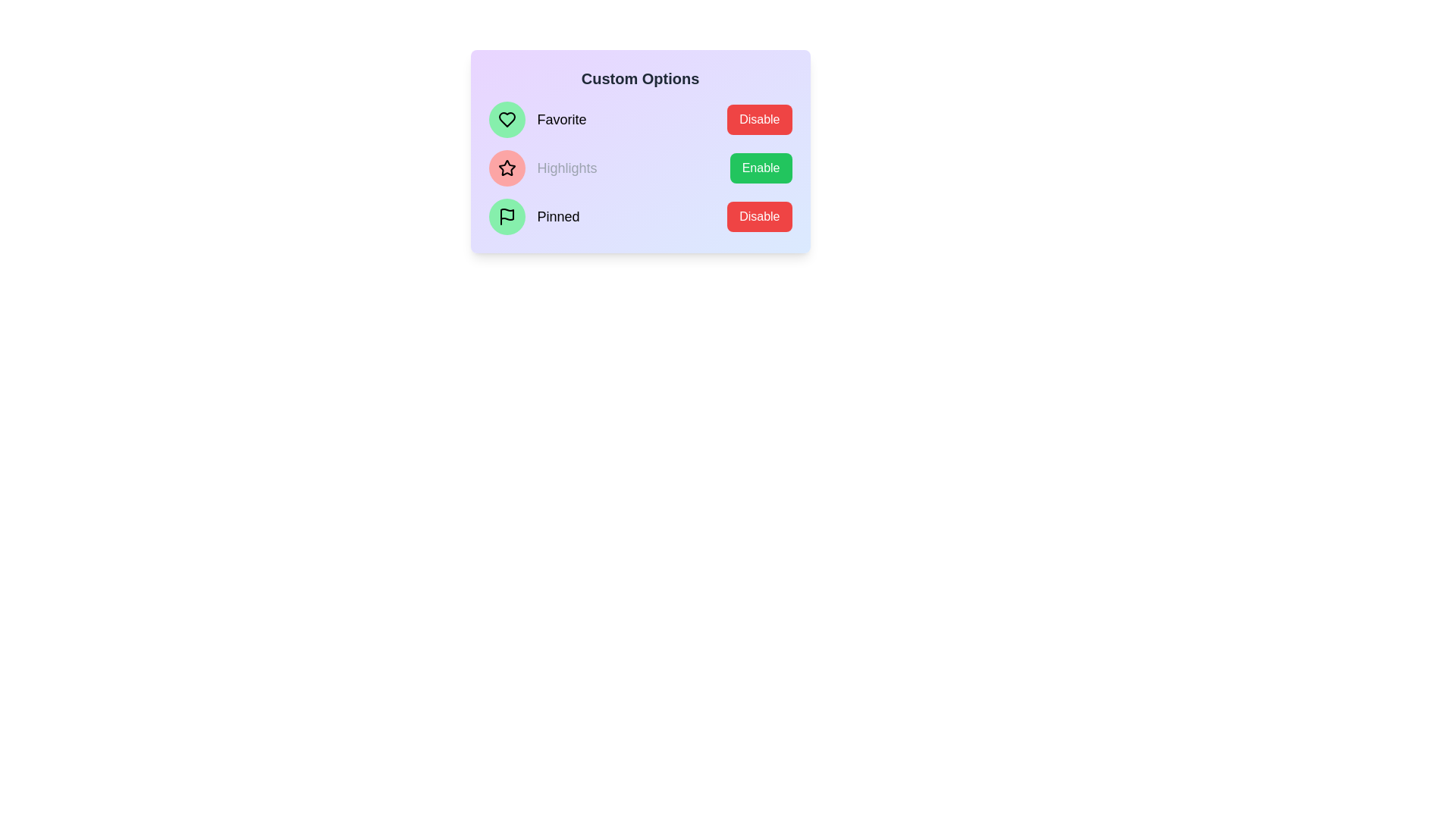 The width and height of the screenshot is (1456, 819). Describe the element at coordinates (759, 216) in the screenshot. I see `button to toggle the status of the item labeled Pinned` at that location.